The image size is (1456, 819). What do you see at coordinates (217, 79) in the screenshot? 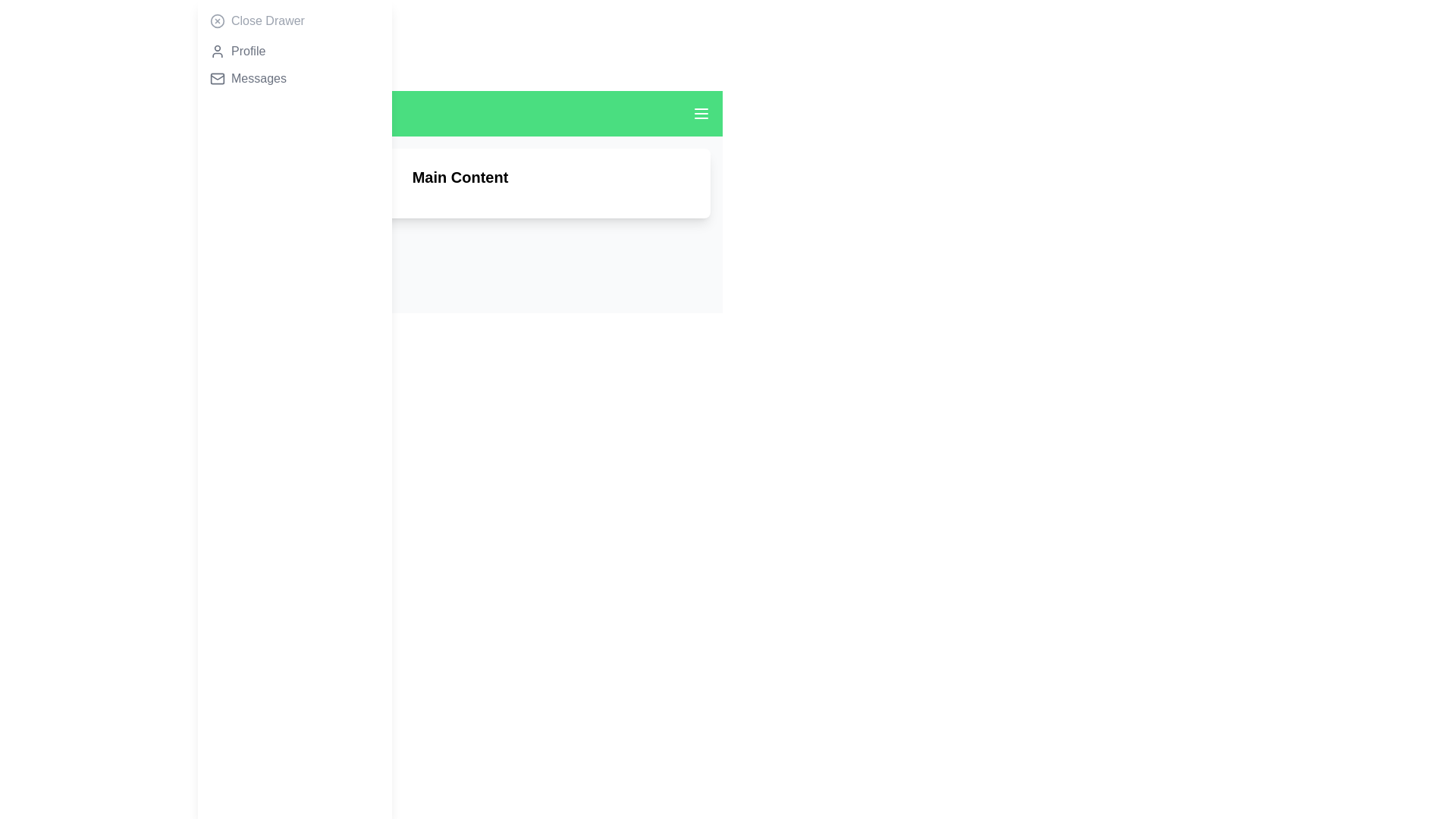
I see `the 'Messages' icon located to the left of the 'Messages' label in the vertical navigation menu, which is the second item beneath the 'Profile' menu` at bounding box center [217, 79].